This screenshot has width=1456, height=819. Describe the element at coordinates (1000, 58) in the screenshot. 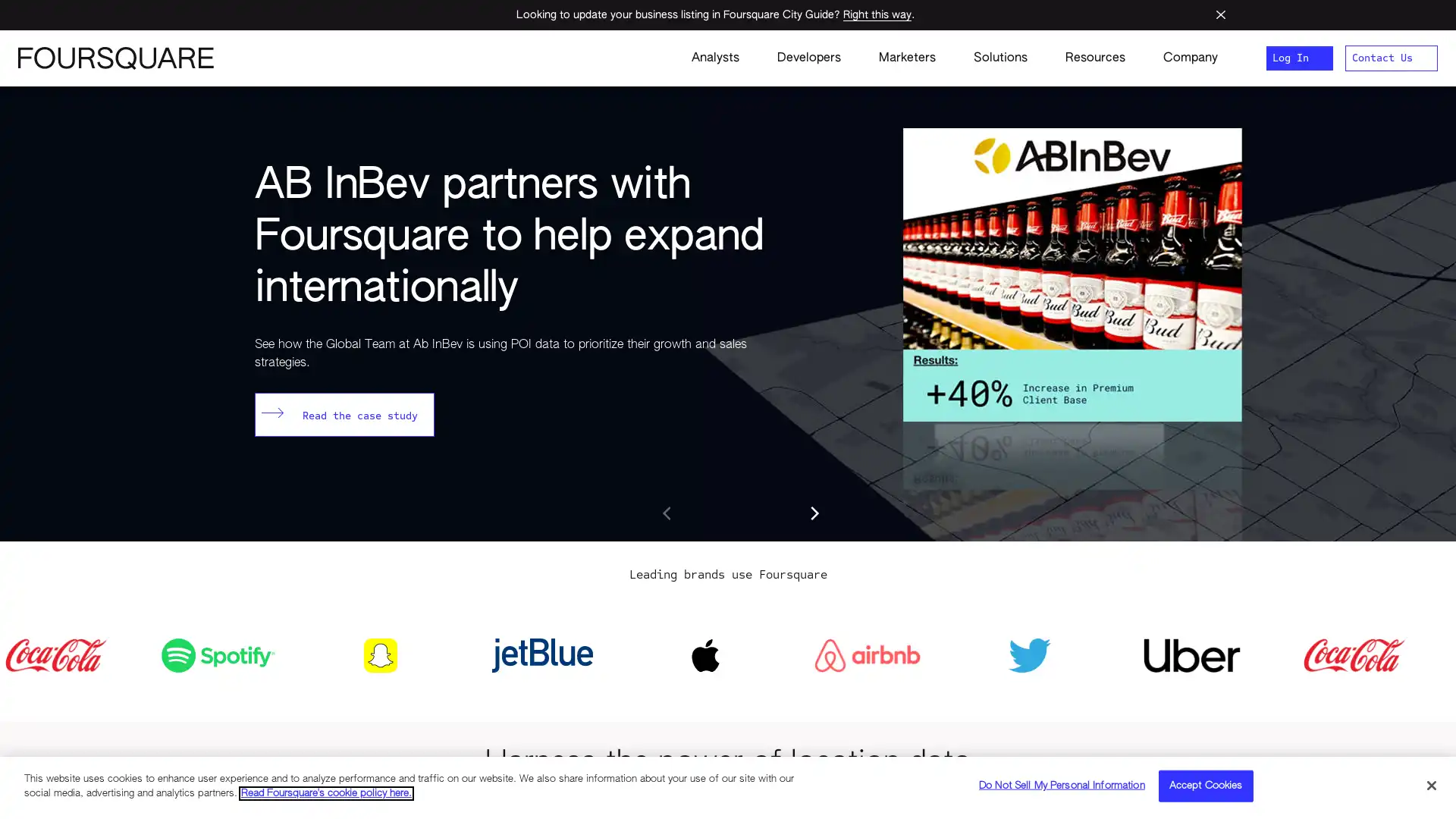

I see `Solutions` at that location.